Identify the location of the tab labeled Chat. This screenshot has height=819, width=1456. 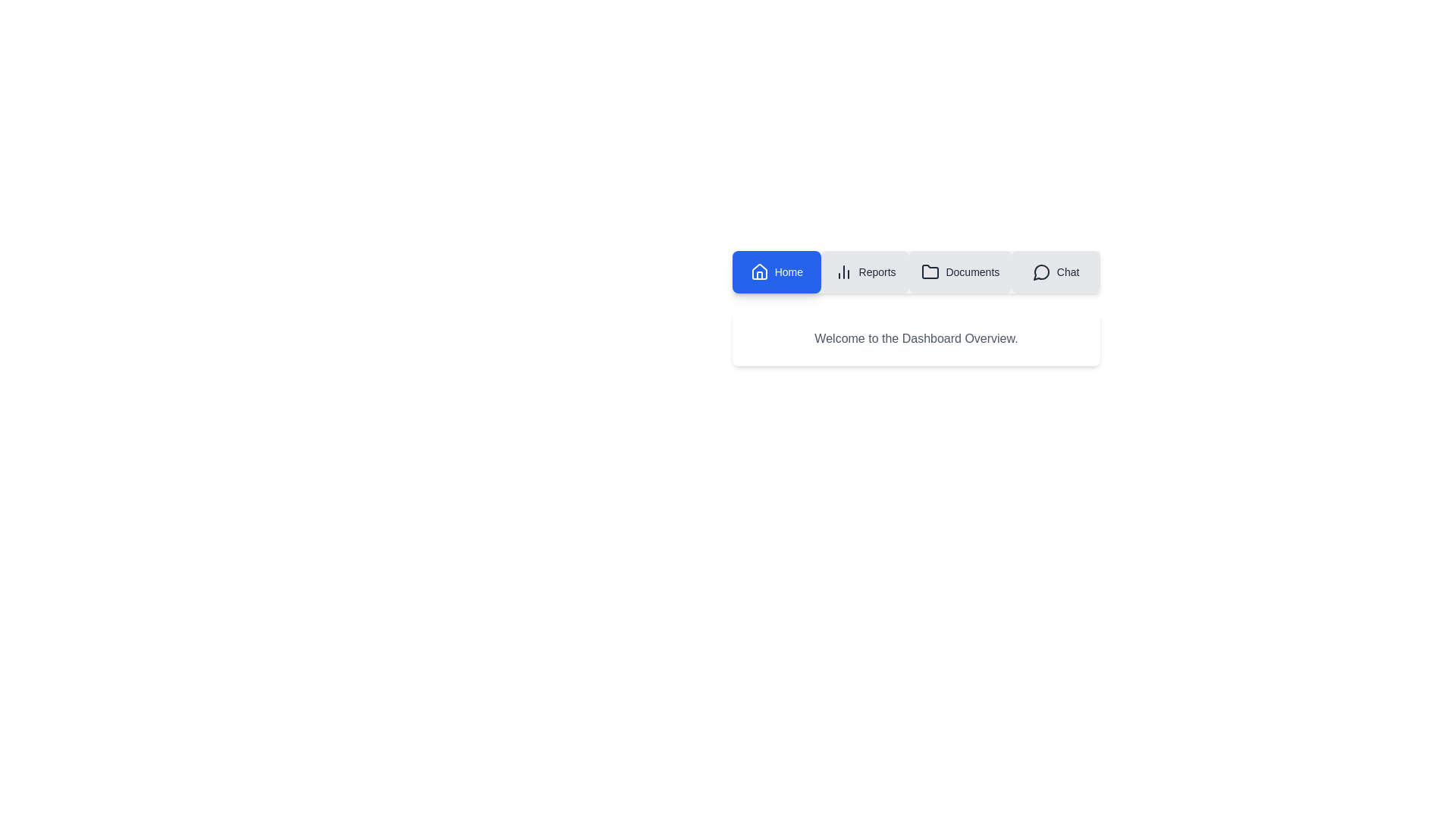
(1055, 271).